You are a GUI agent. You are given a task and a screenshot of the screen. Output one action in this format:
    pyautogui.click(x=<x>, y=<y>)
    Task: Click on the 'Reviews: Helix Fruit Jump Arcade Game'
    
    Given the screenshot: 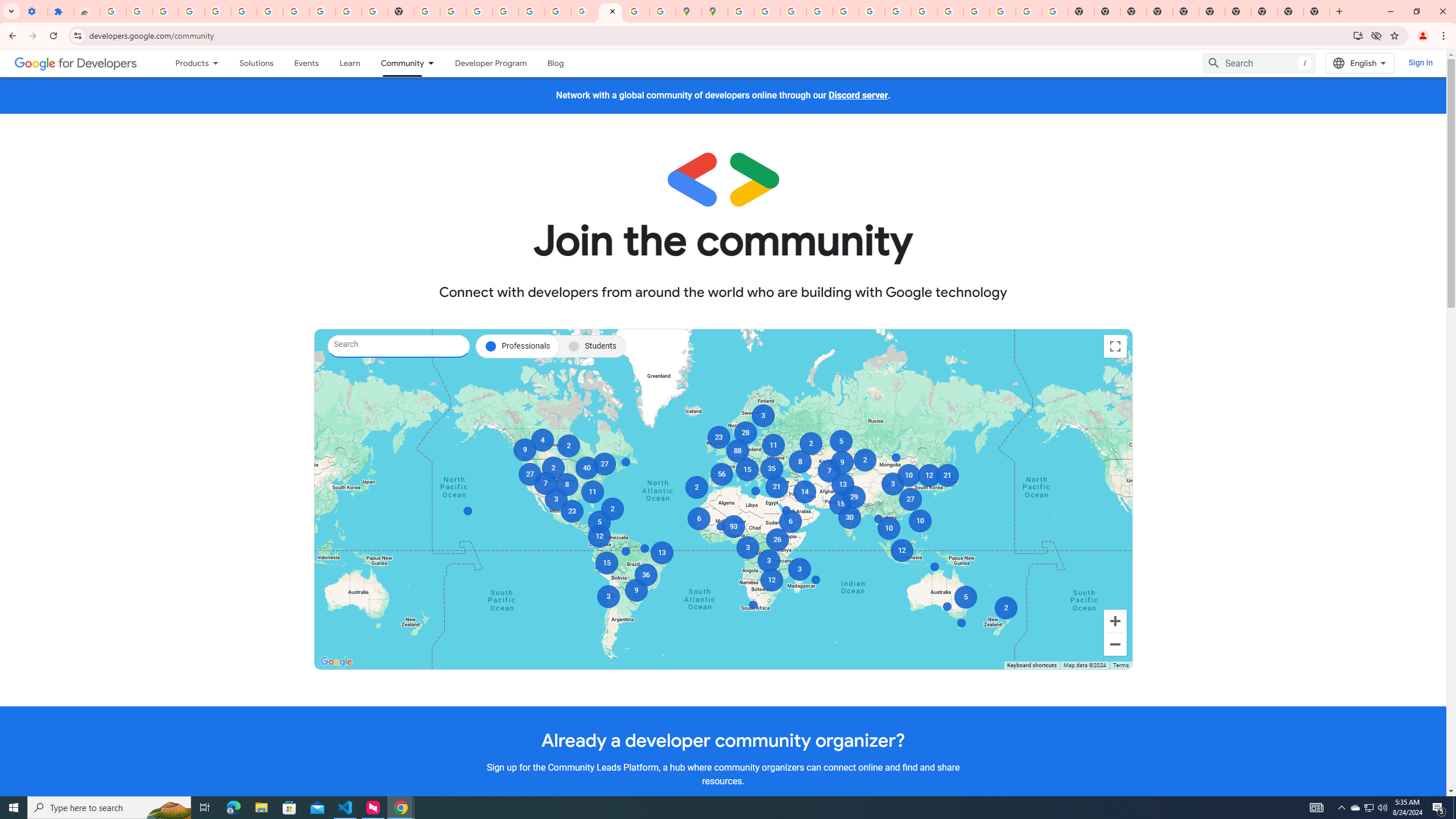 What is the action you would take?
    pyautogui.click(x=86, y=11)
    